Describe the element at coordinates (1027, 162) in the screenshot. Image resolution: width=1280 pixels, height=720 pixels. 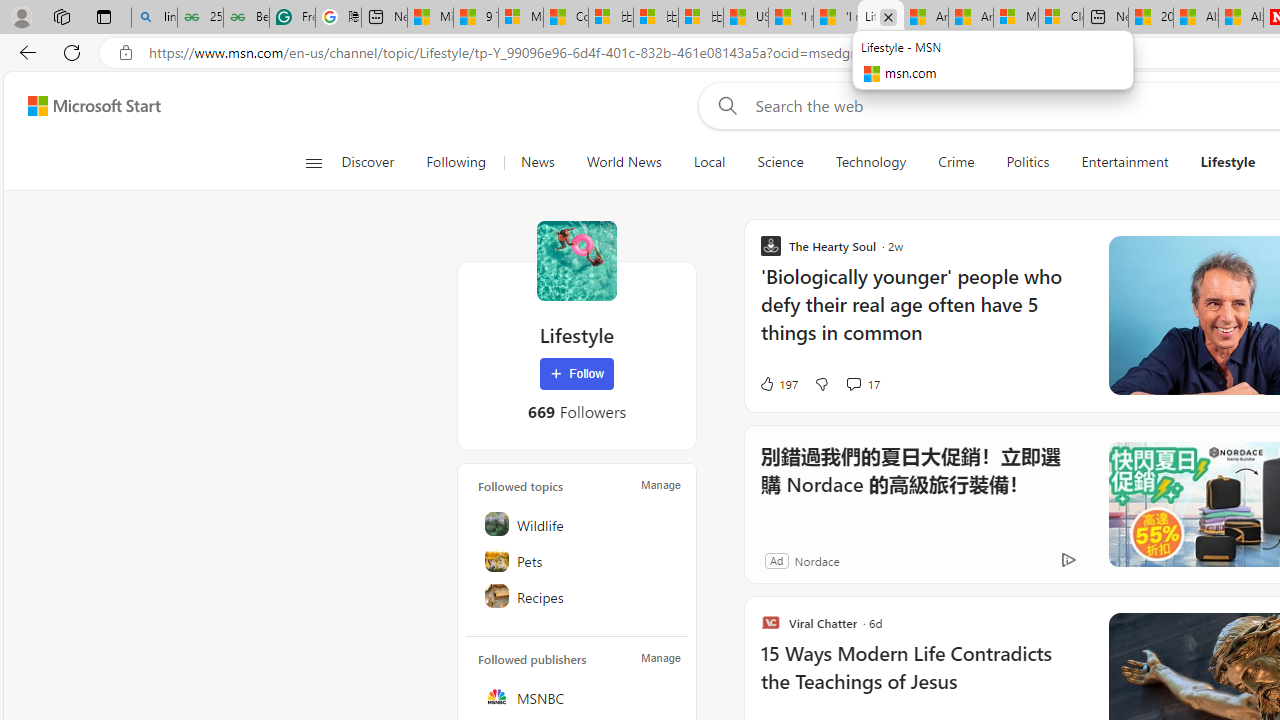
I see `'Politics'` at that location.